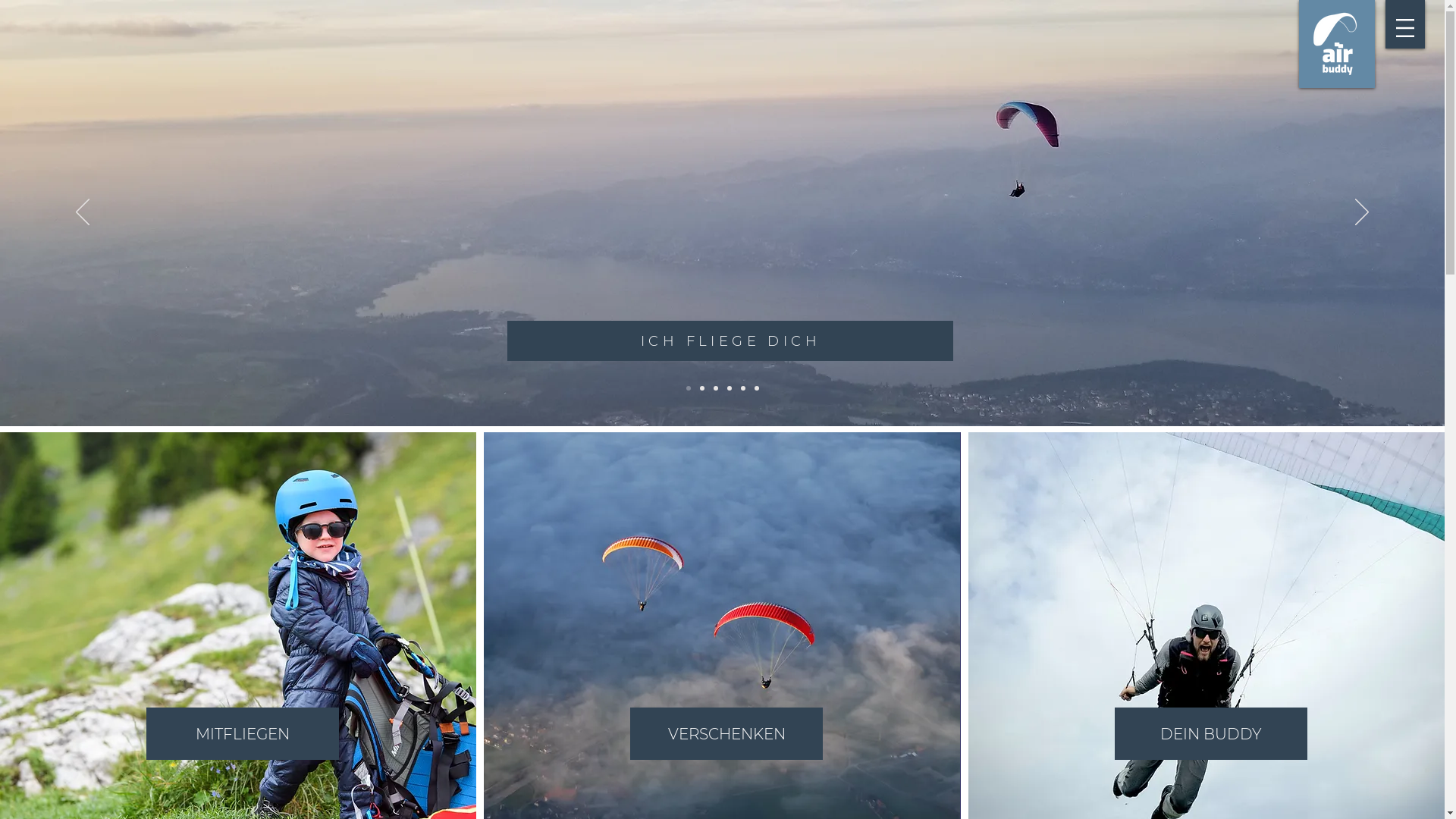  Describe the element at coordinates (243, 733) in the screenshot. I see `'MITFLIEGEN'` at that location.